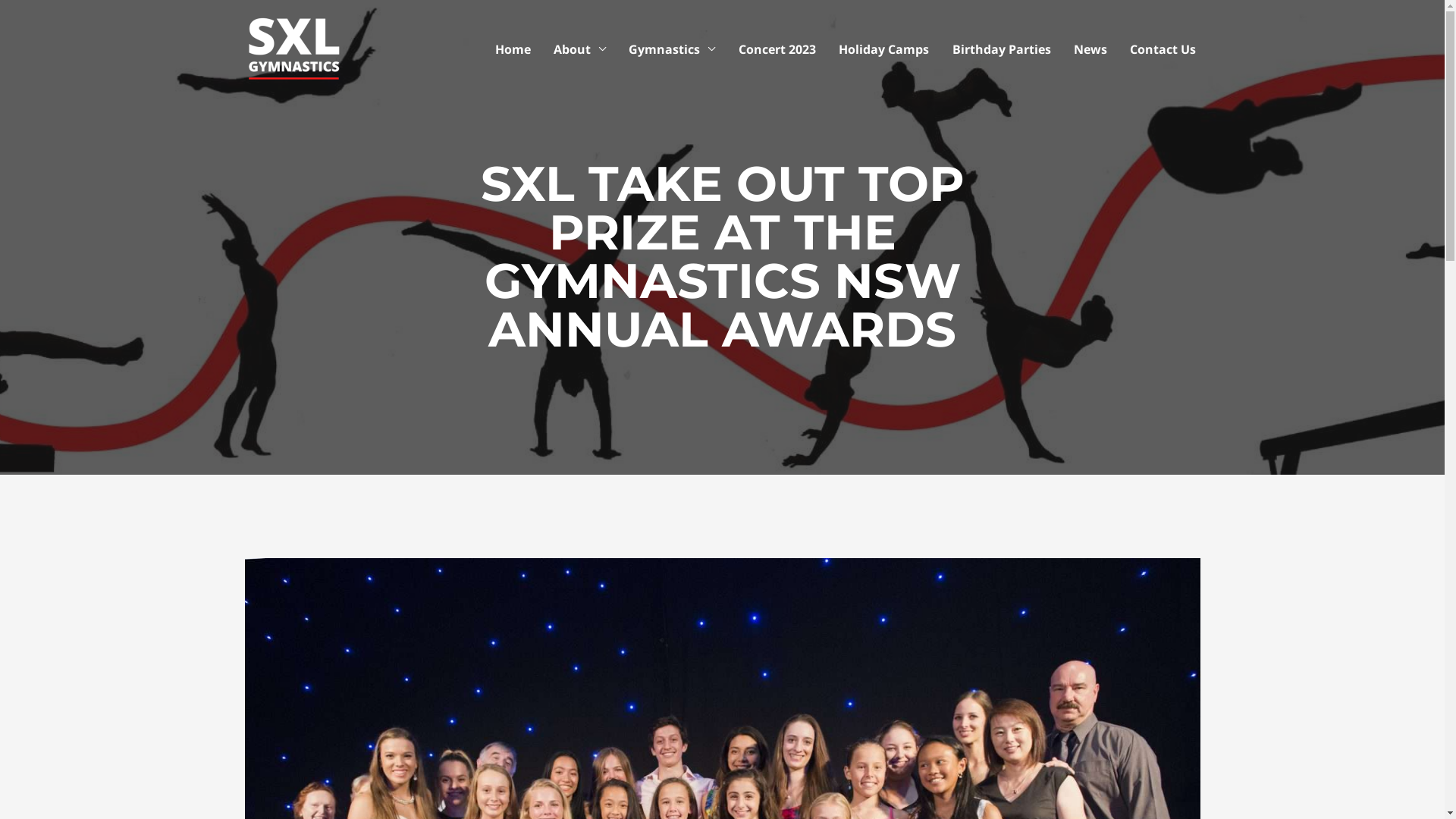 The image size is (1456, 819). What do you see at coordinates (726, 49) in the screenshot?
I see `'Concert 2023'` at bounding box center [726, 49].